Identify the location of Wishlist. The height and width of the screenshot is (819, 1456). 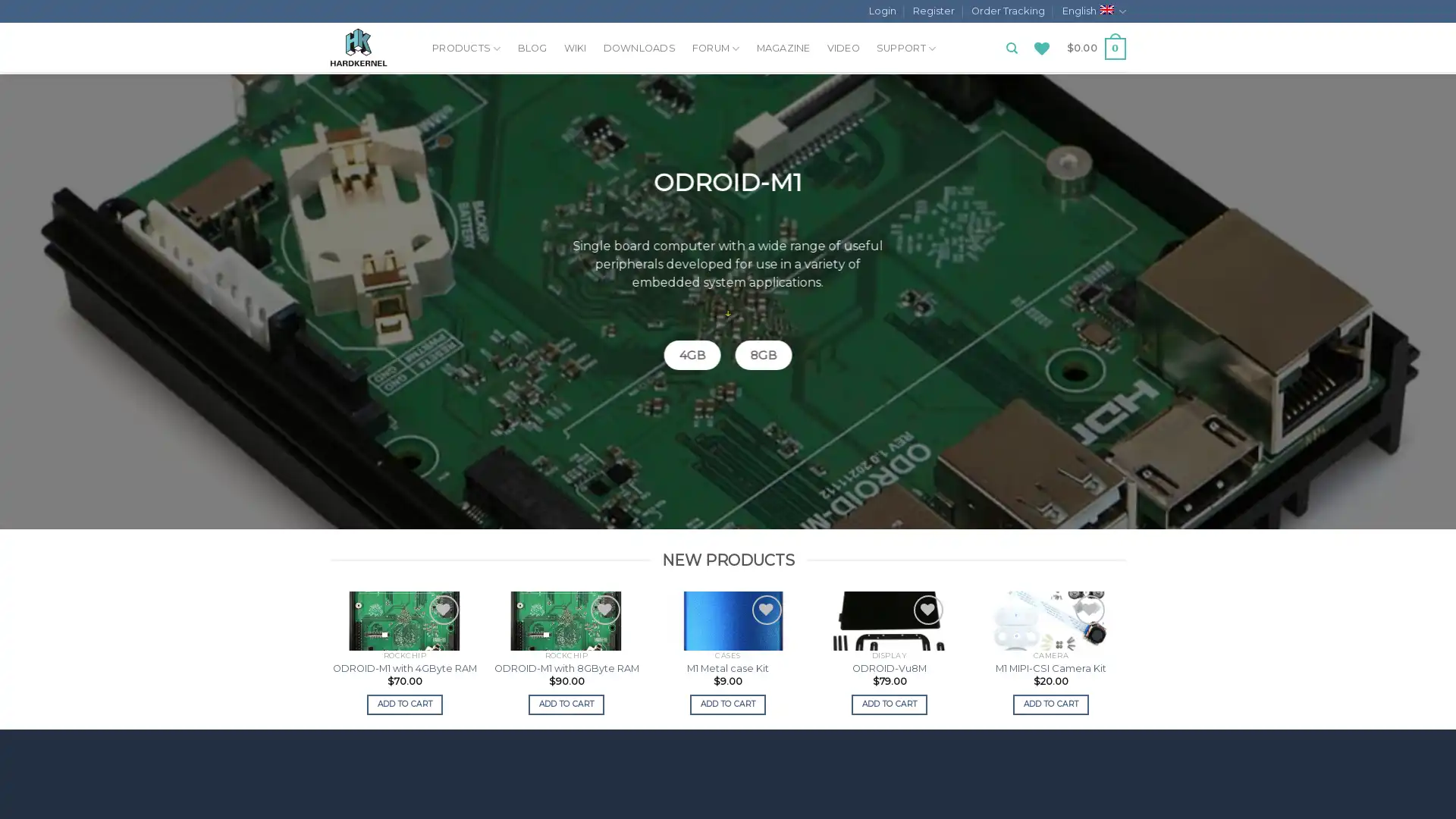
(119, 609).